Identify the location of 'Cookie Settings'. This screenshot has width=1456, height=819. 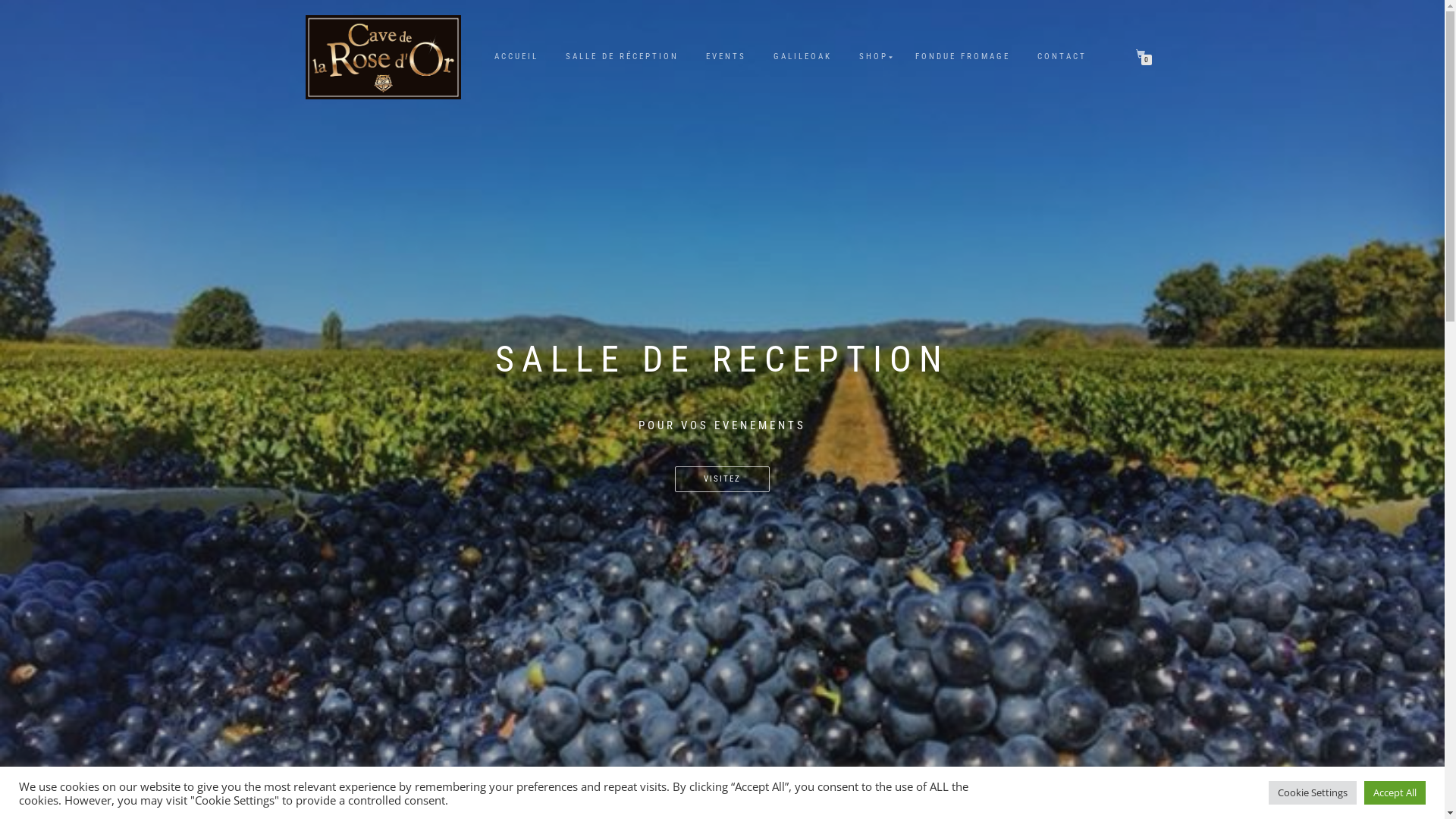
(1312, 792).